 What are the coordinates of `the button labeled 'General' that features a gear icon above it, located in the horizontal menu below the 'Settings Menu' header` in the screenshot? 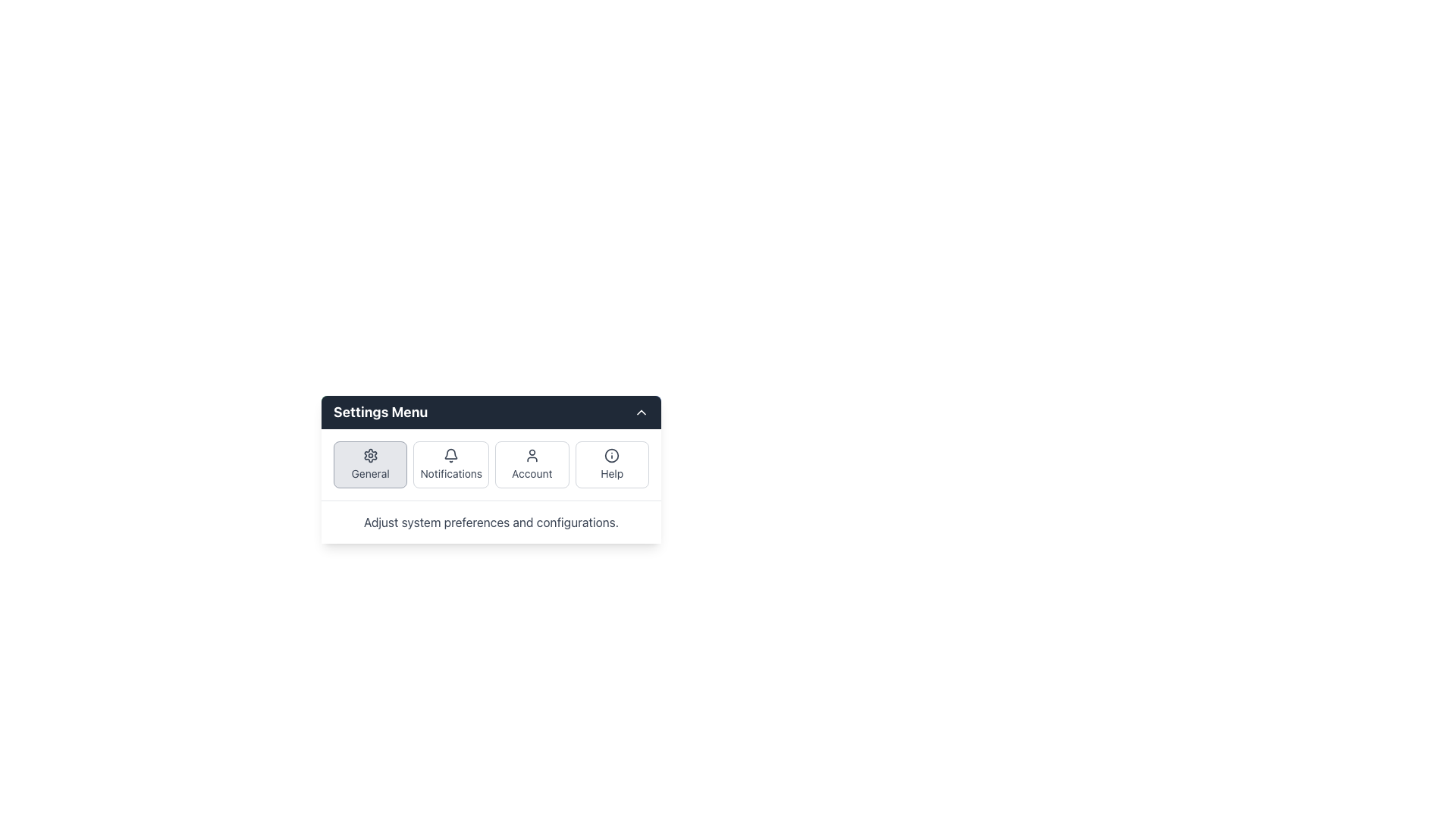 It's located at (370, 464).